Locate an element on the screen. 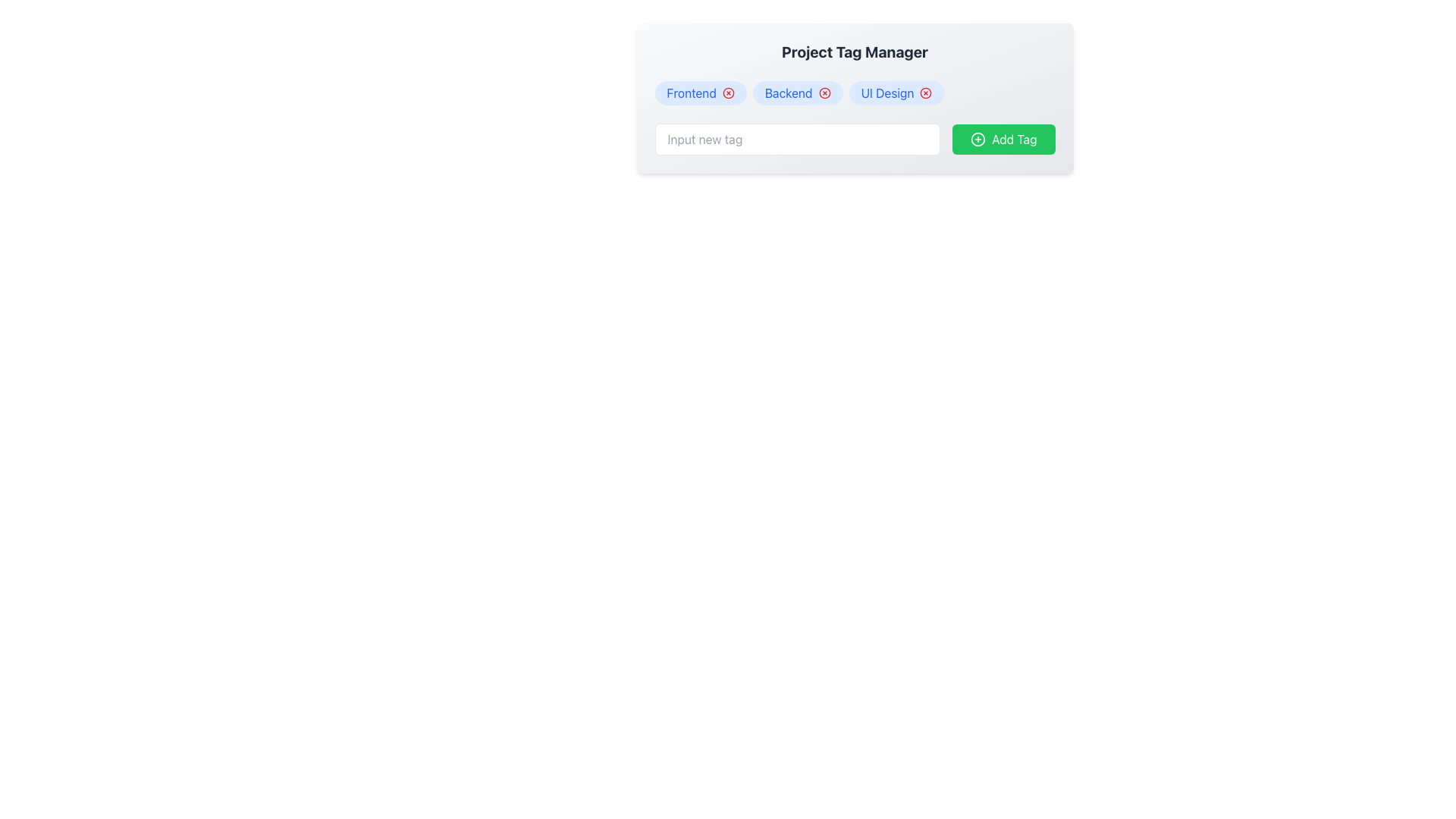 Image resolution: width=1456 pixels, height=819 pixels. the circular '+' icon with a green background located within the 'Add Tag' button is located at coordinates (978, 140).